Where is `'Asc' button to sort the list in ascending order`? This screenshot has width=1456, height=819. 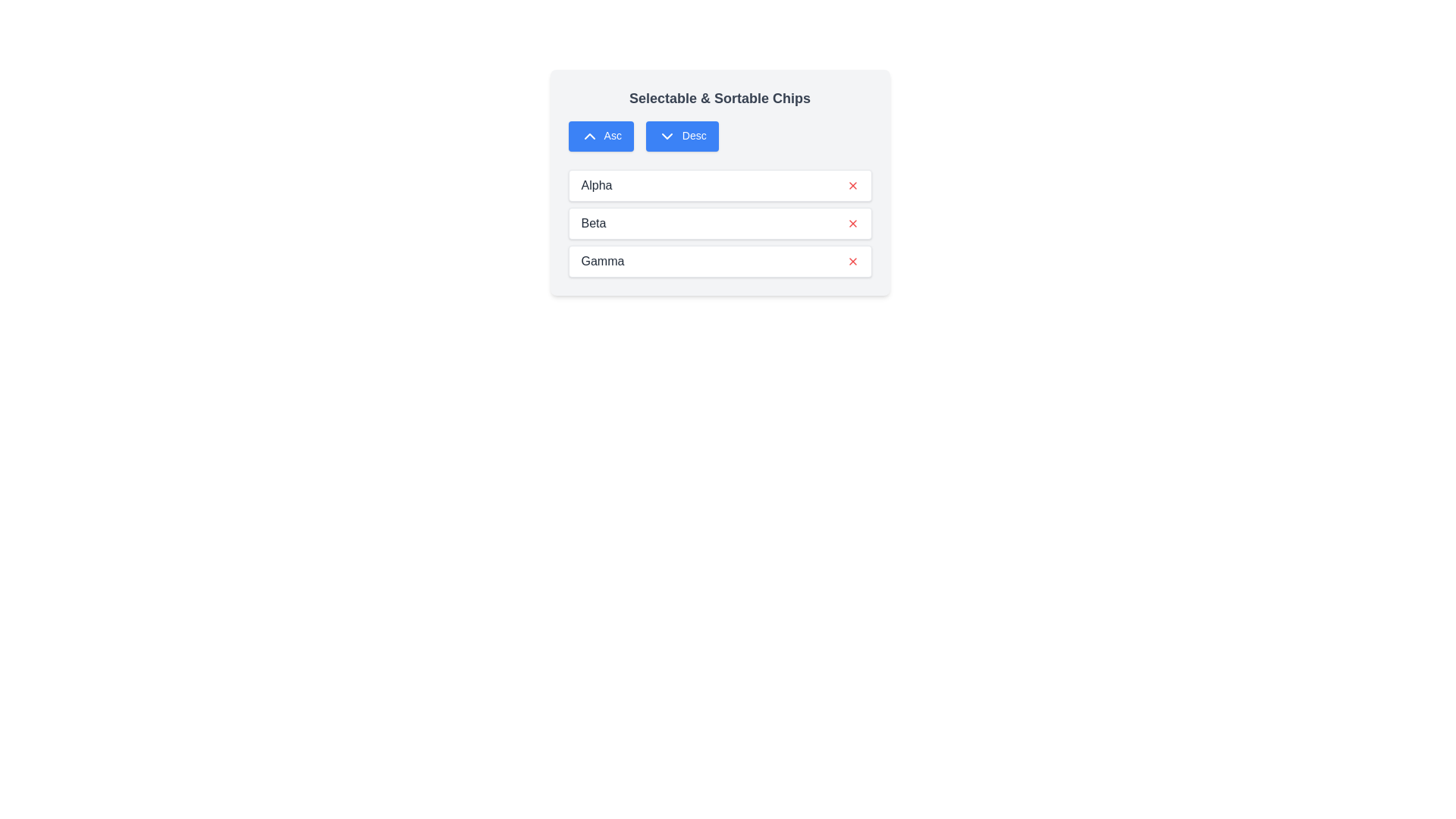 'Asc' button to sort the list in ascending order is located at coordinates (600, 136).